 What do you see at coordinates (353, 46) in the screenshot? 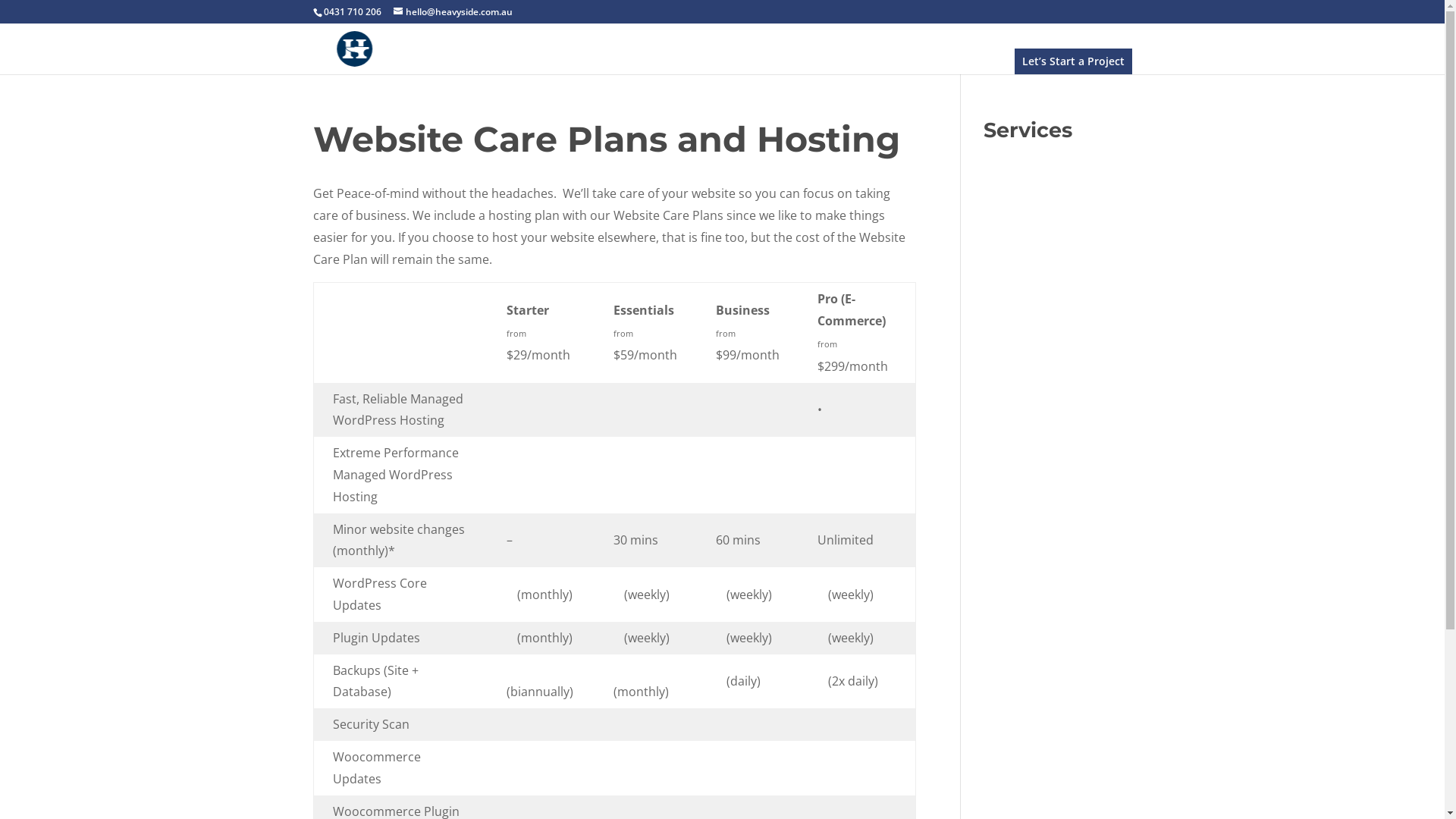
I see `'Heavyside Digital Development'` at bounding box center [353, 46].